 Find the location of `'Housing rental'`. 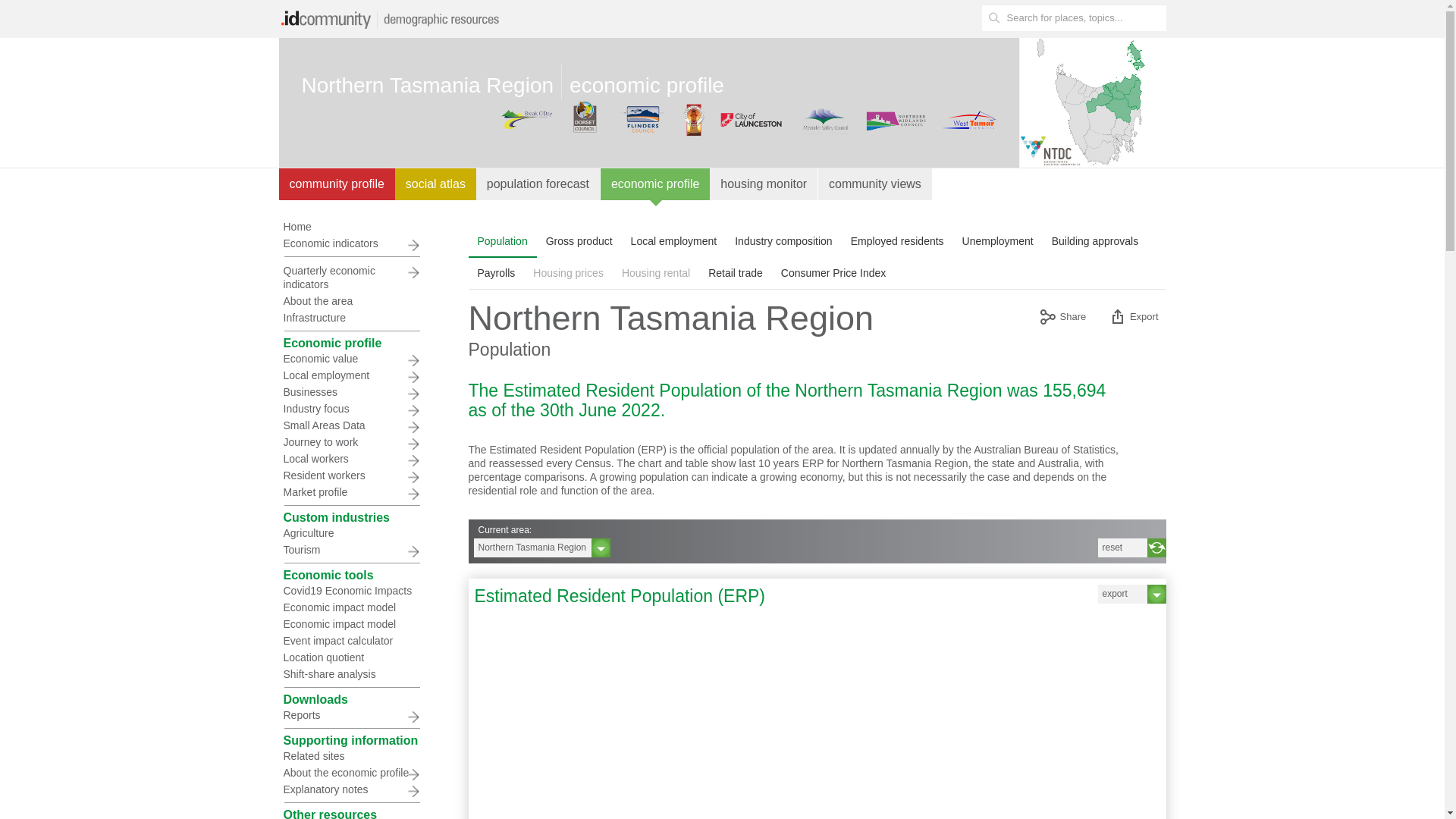

'Housing rental' is located at coordinates (655, 271).